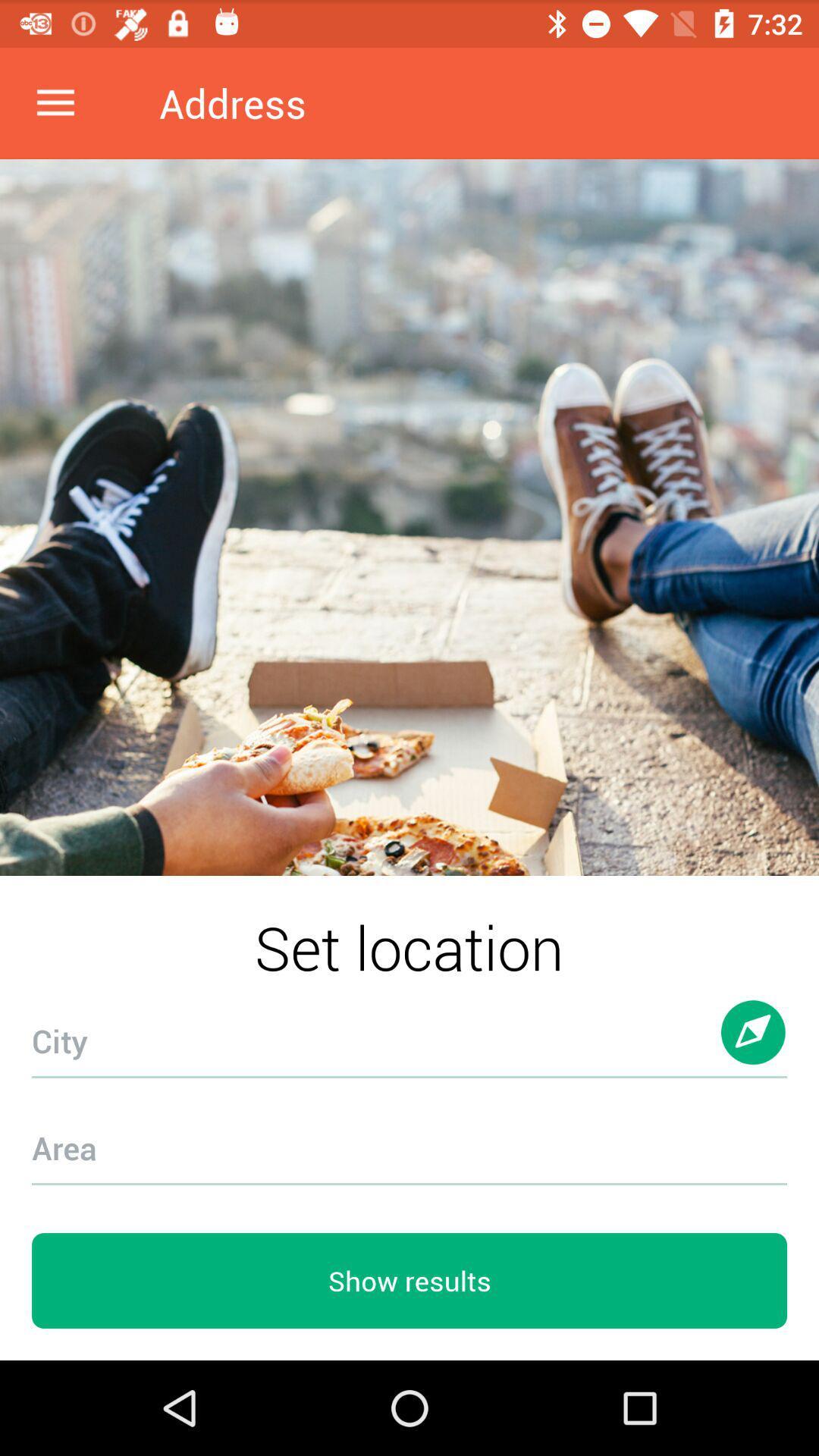 This screenshot has width=819, height=1456. I want to click on item above show results item, so click(409, 1139).